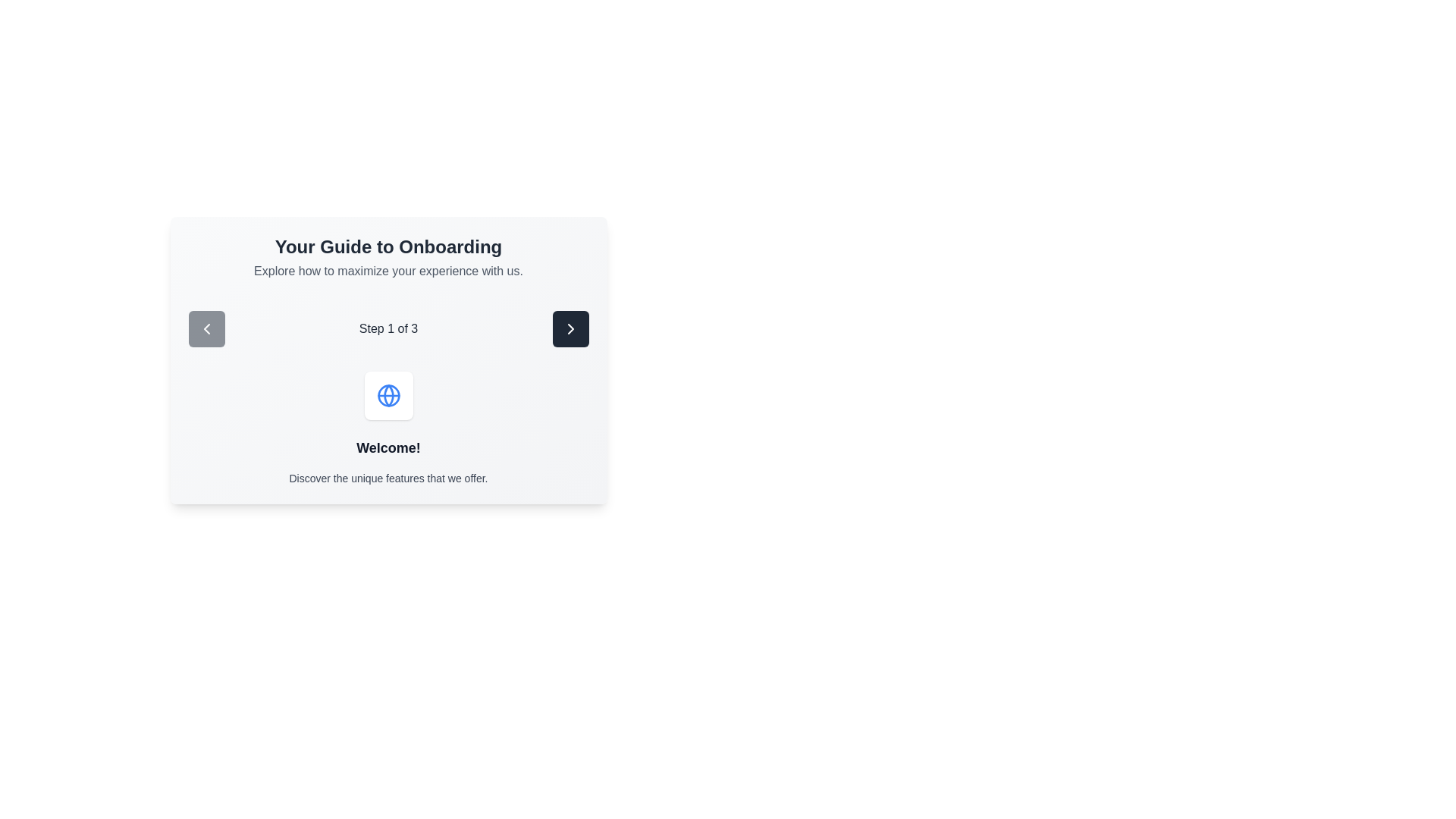 This screenshot has width=1456, height=819. Describe the element at coordinates (570, 328) in the screenshot. I see `the 'Next' navigation button located in the bottom-right corner of the interface` at that location.